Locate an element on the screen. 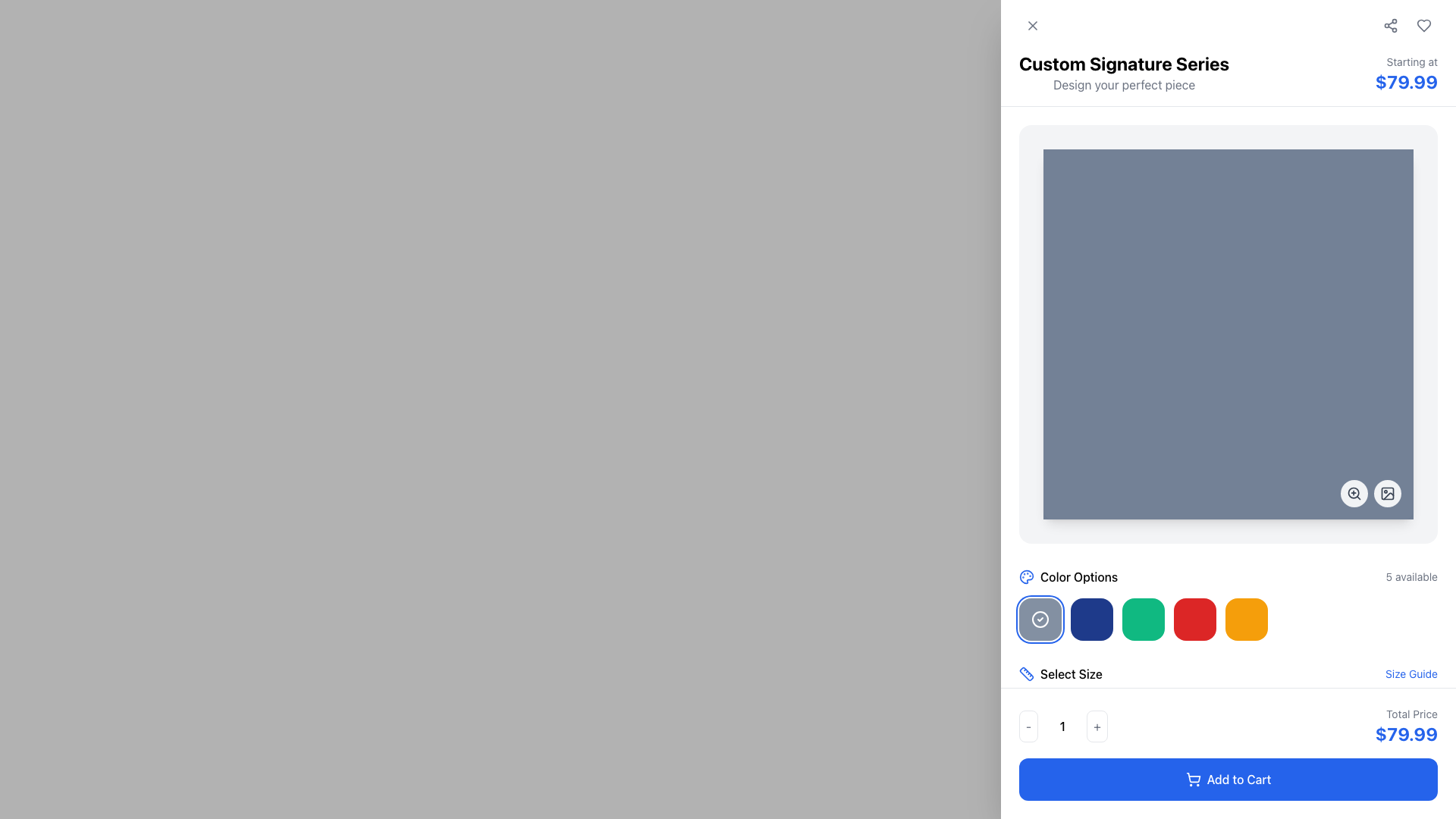 The image size is (1456, 819). the decorative SVG graphics icon indicating the active color selection within the 'Color Options' section, specifically the first circular button is located at coordinates (1040, 620).